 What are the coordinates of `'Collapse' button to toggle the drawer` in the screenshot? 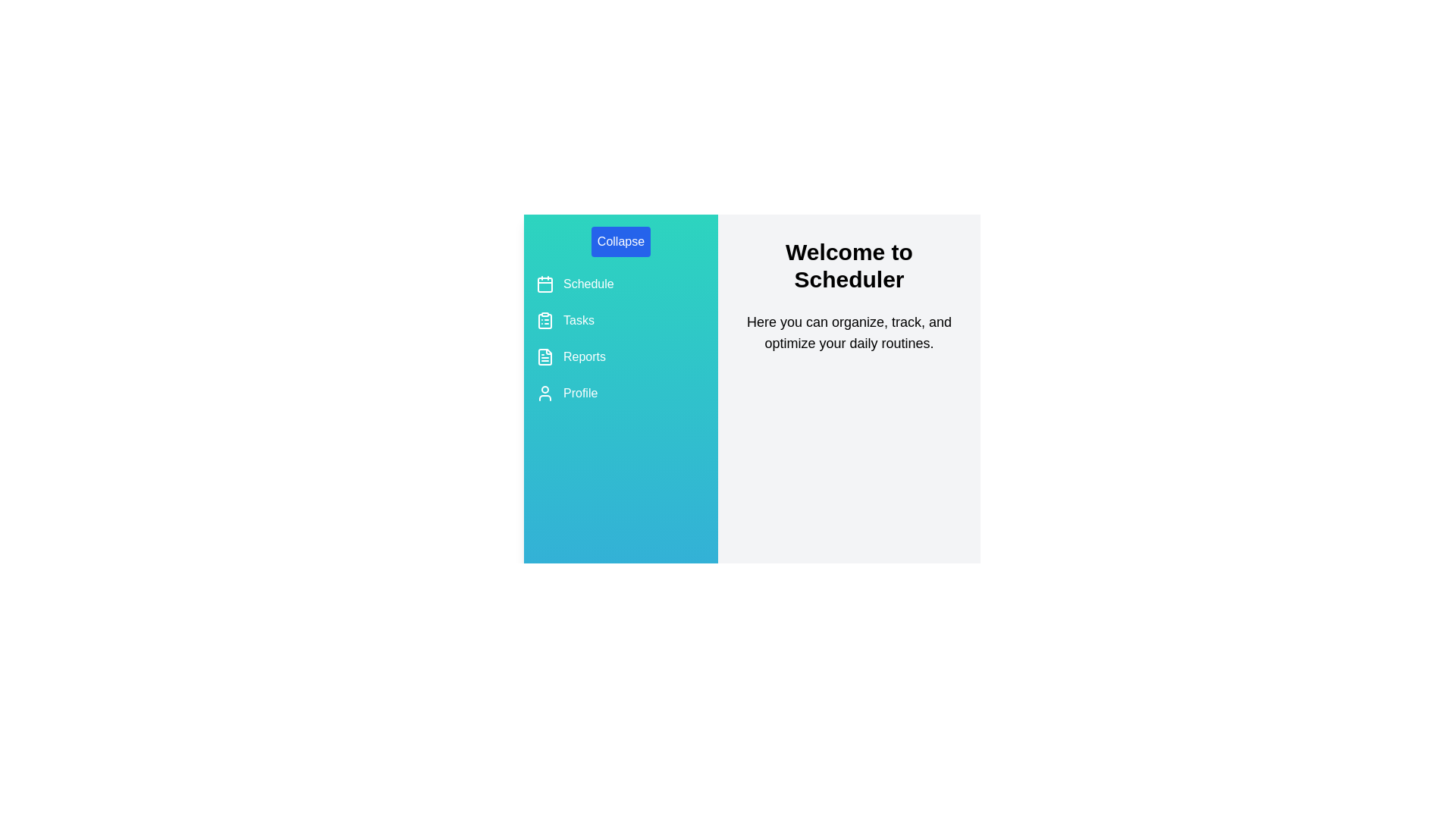 It's located at (621, 241).